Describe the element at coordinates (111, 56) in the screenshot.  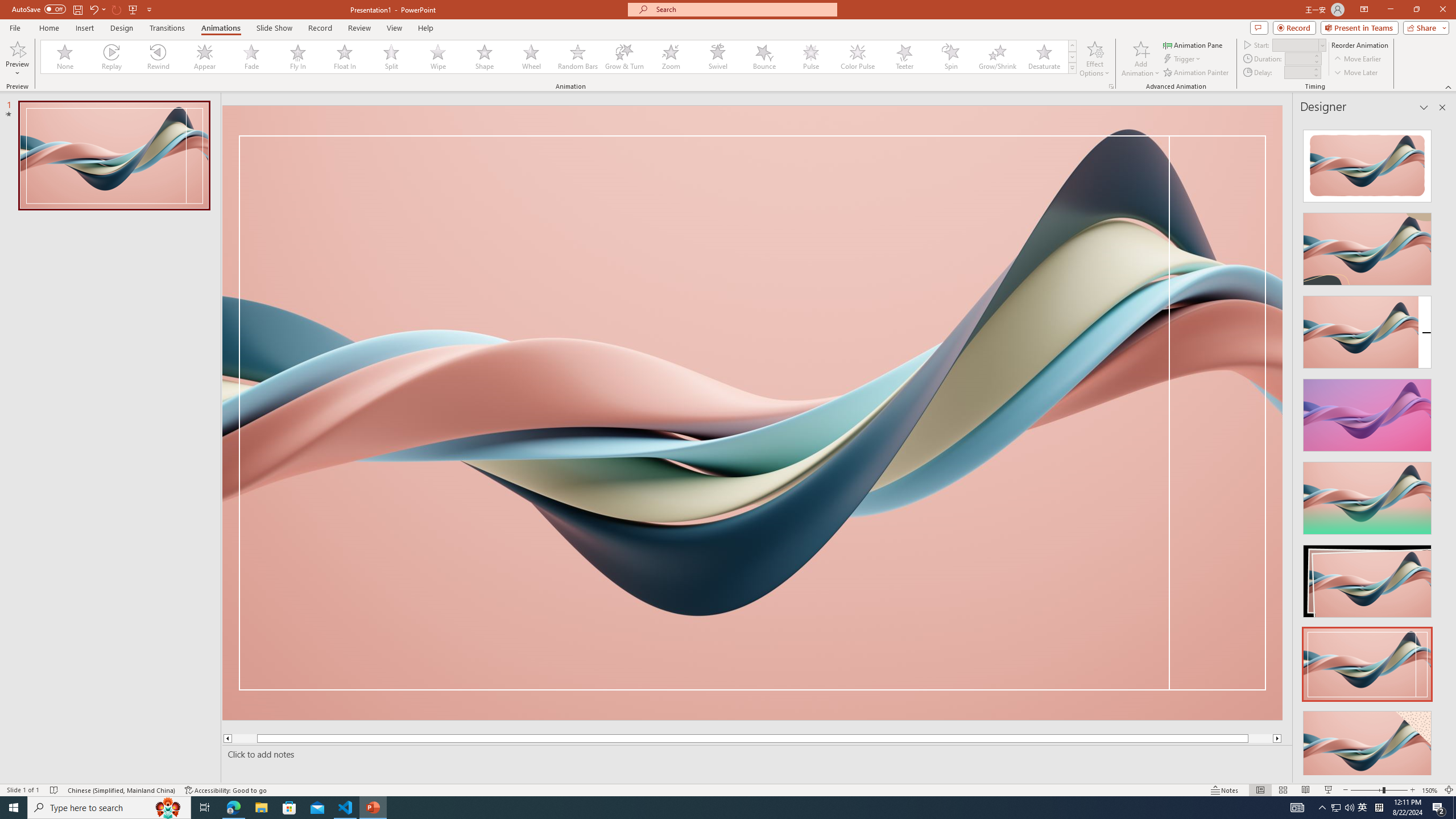
I see `'Replay'` at that location.